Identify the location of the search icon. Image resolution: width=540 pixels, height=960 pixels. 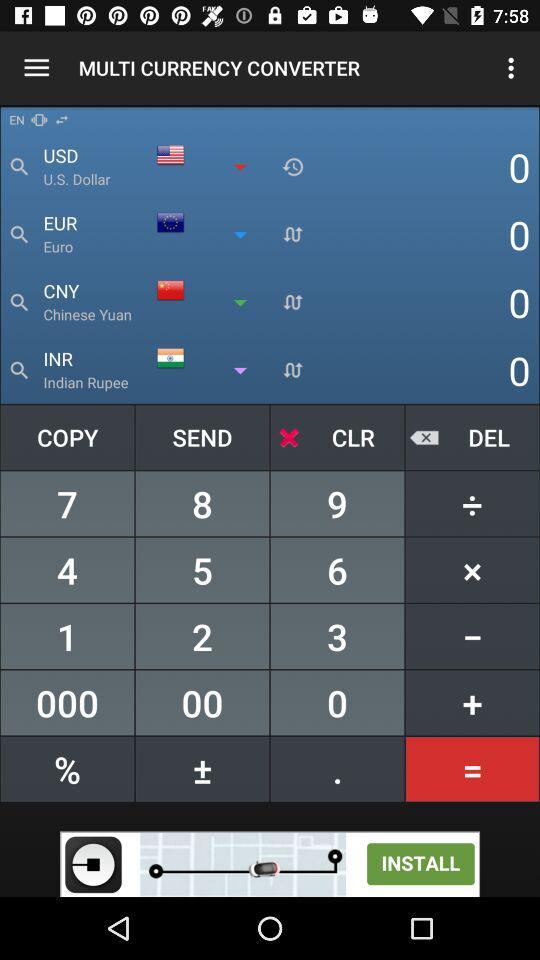
(18, 369).